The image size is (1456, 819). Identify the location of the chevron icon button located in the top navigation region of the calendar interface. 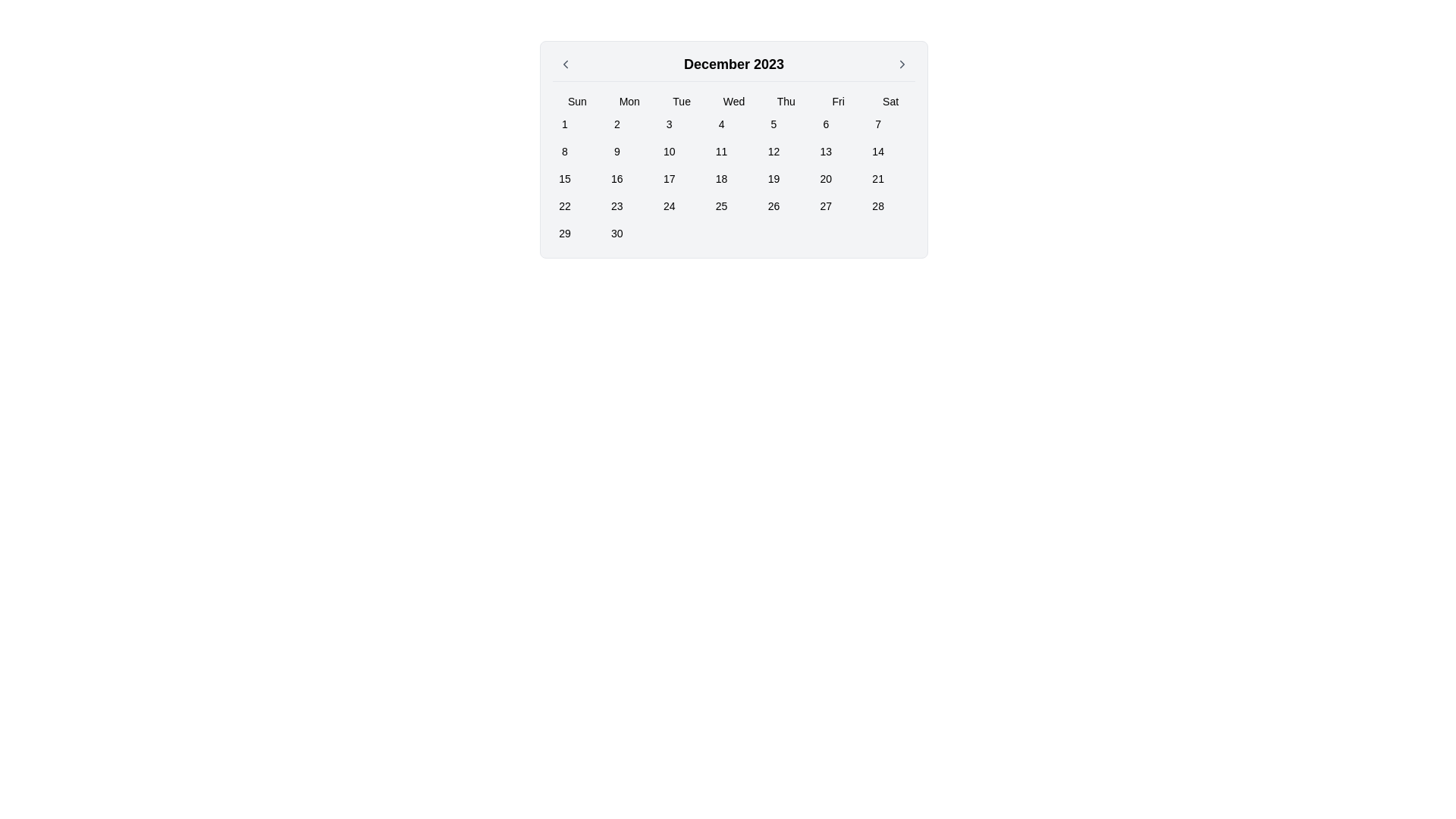
(902, 63).